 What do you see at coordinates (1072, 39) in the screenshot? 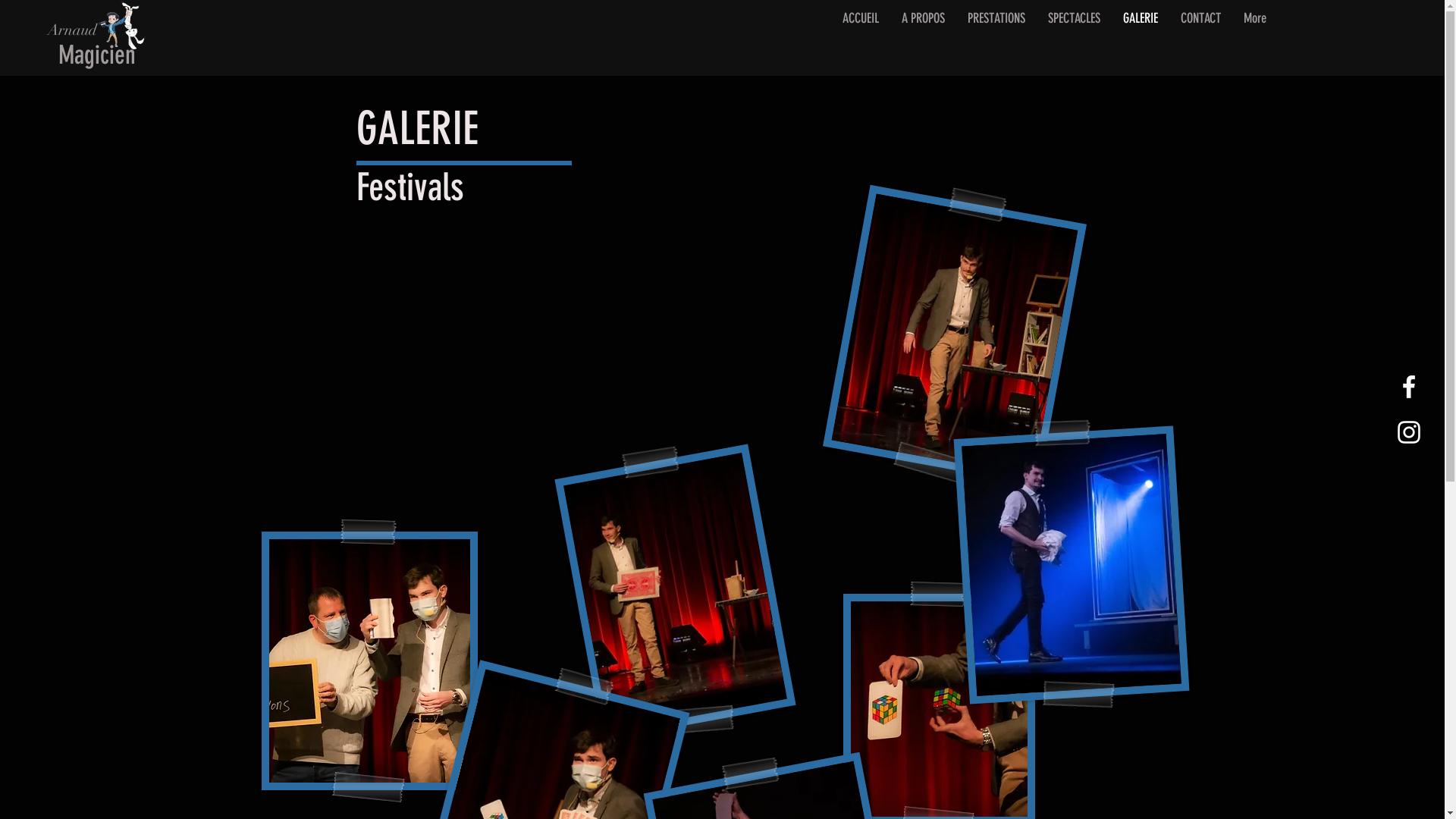
I see `'SPECTACLES'` at bounding box center [1072, 39].